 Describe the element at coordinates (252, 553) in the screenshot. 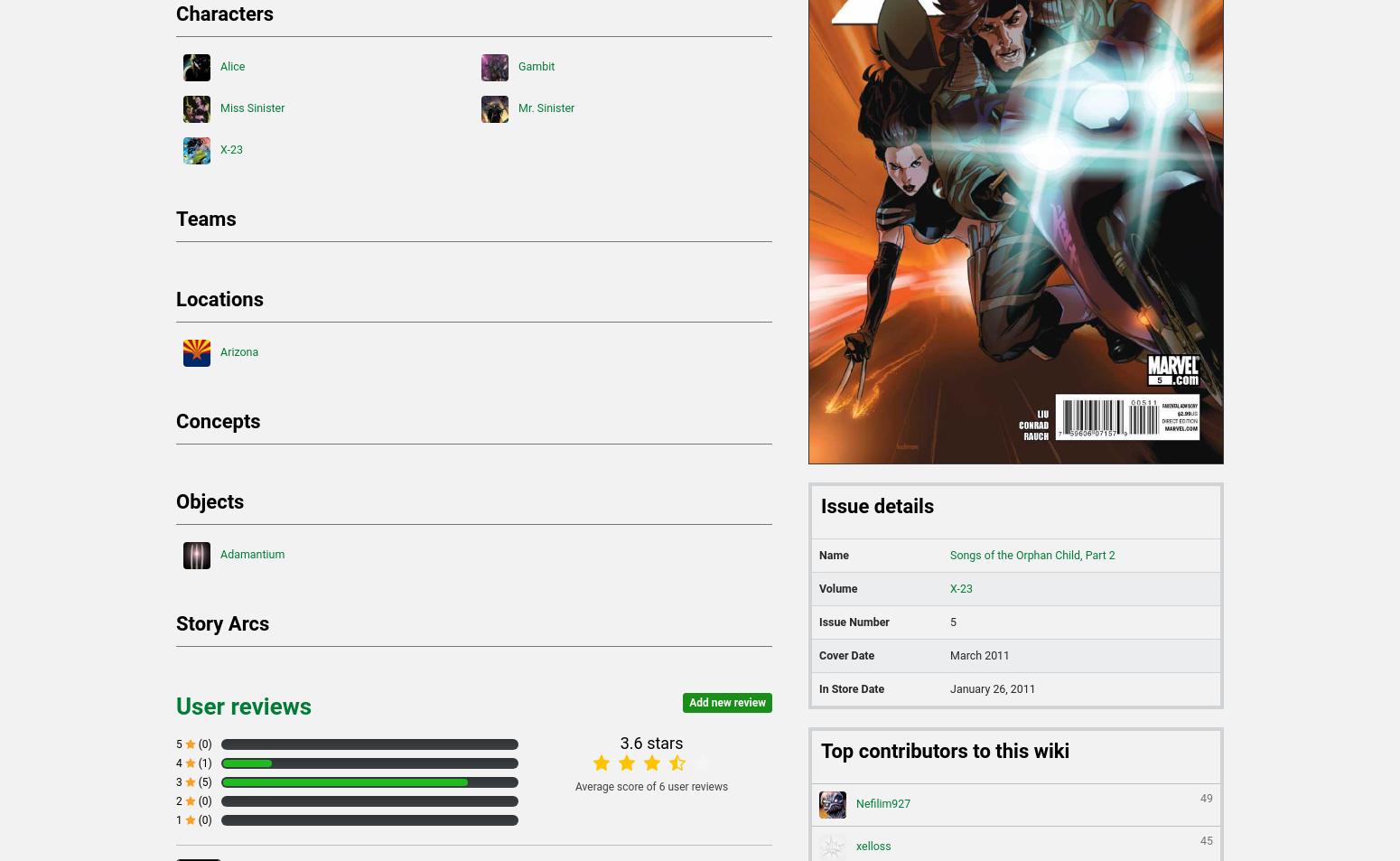

I see `'Adamantium'` at that location.